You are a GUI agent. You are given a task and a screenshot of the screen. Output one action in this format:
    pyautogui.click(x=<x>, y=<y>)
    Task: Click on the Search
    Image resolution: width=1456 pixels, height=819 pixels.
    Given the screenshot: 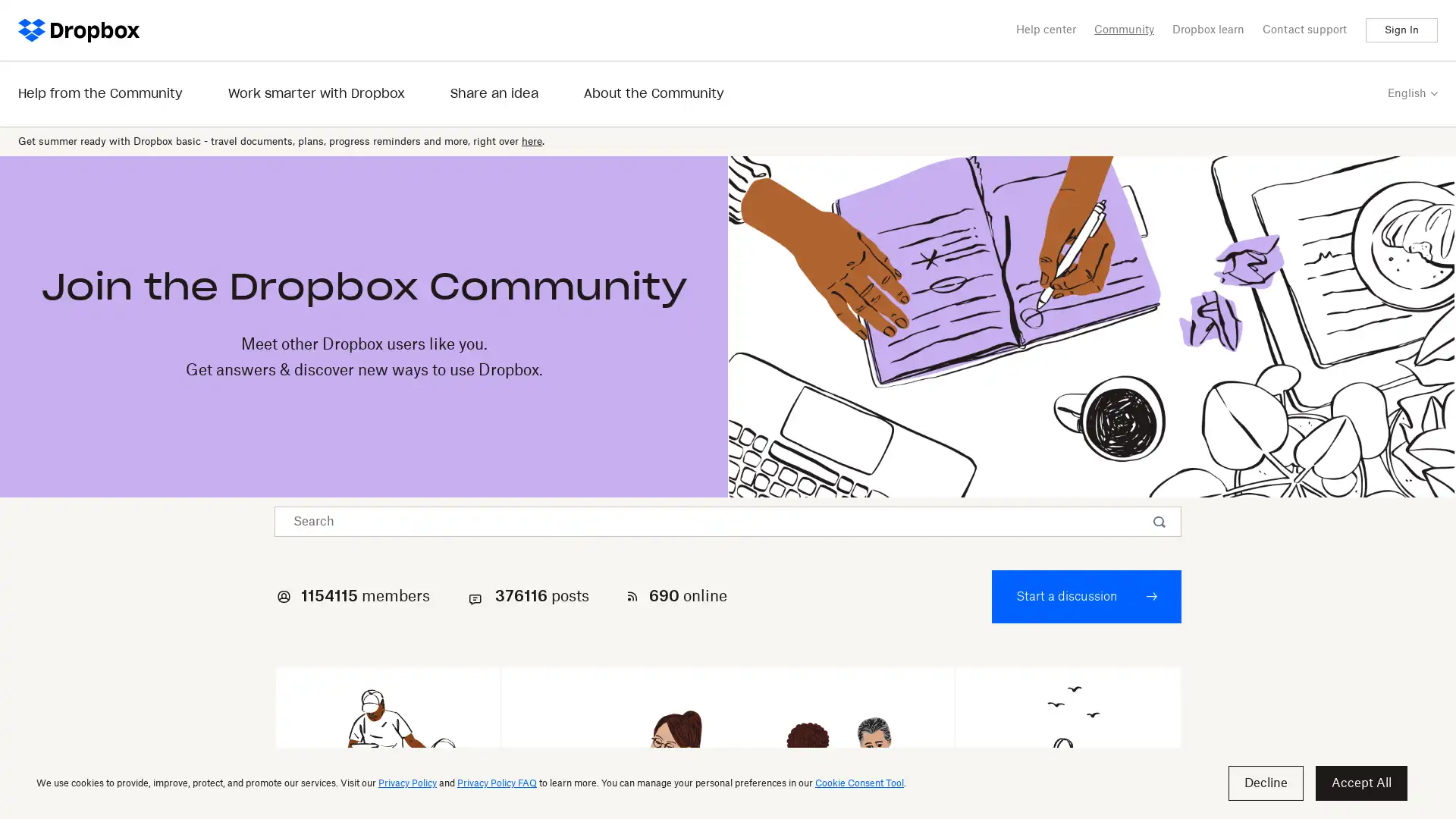 What is the action you would take?
    pyautogui.click(x=1160, y=522)
    